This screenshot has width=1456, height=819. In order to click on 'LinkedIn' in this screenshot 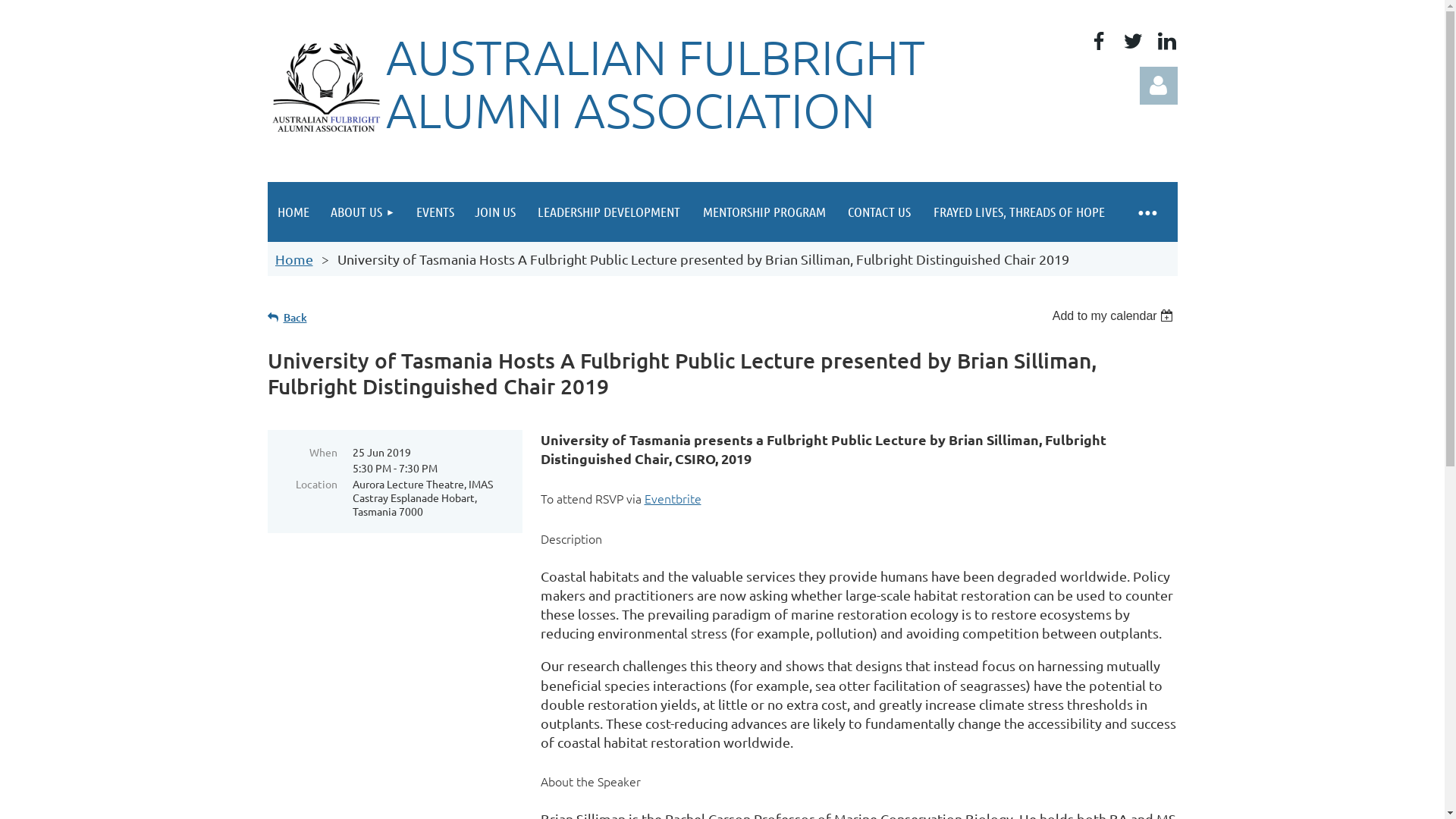, I will do `click(1165, 40)`.